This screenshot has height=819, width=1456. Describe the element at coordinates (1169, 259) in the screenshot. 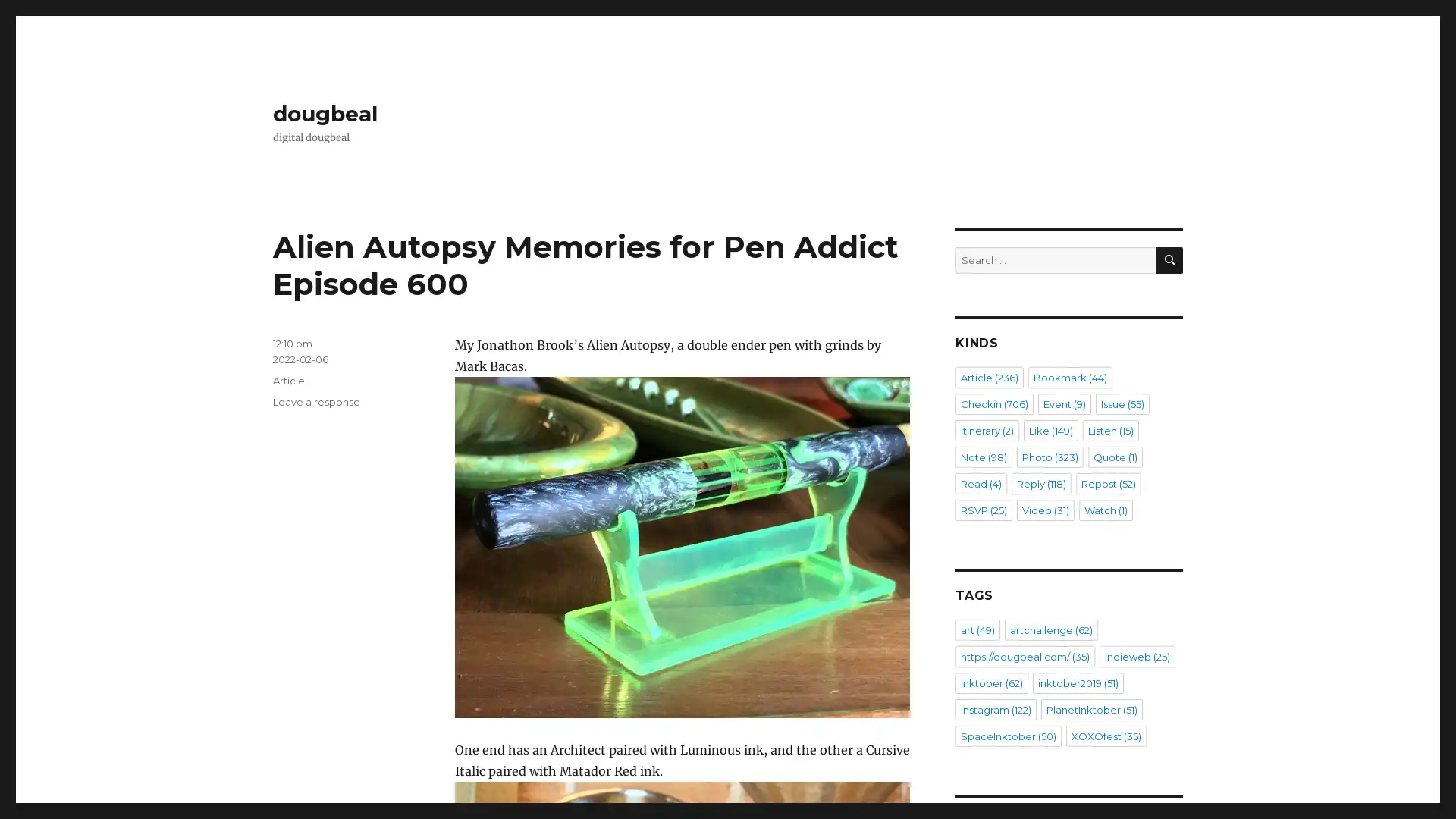

I see `SEARCH` at that location.